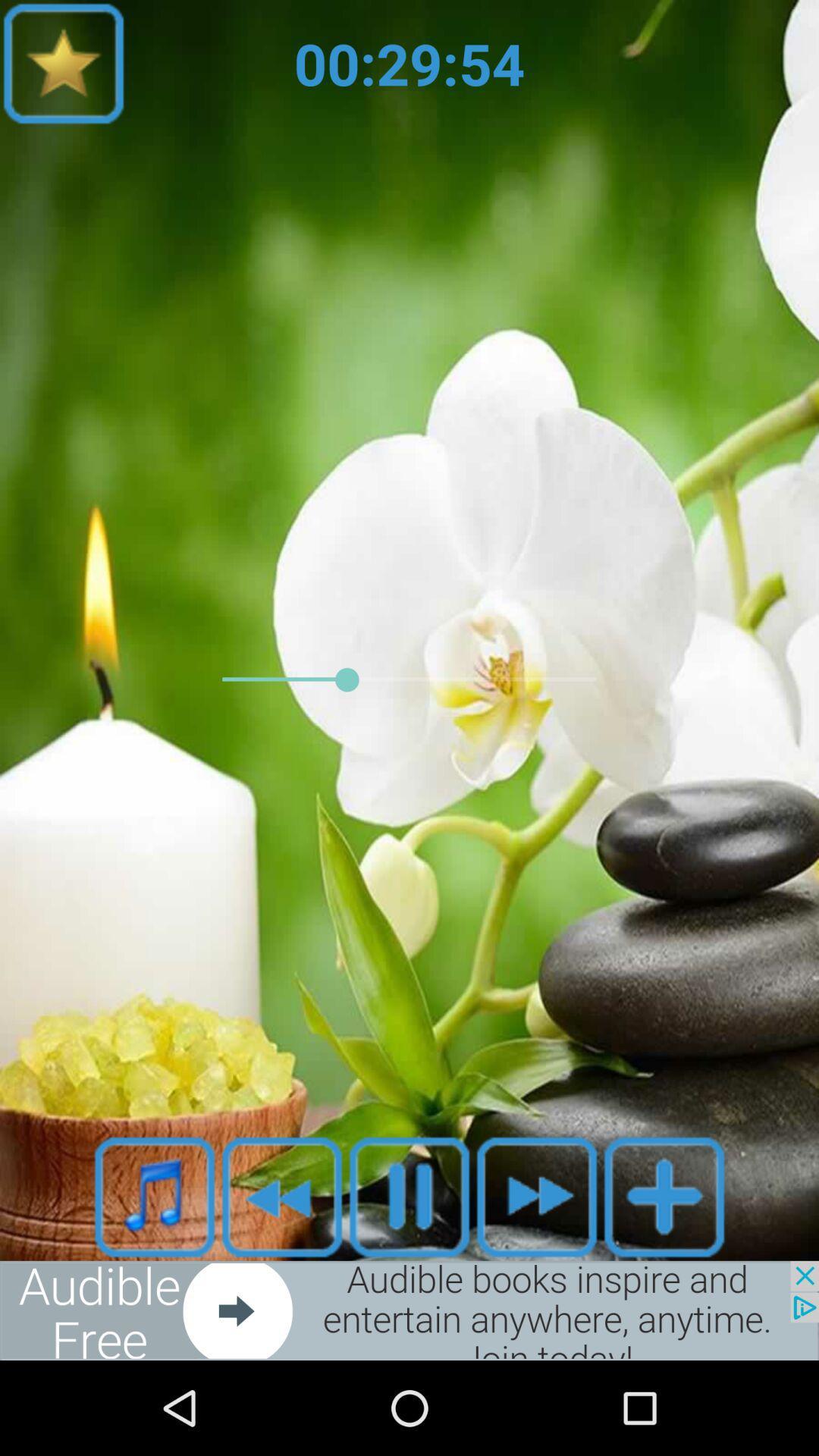 The height and width of the screenshot is (1456, 819). I want to click on view/listen to favorites, so click(63, 62).